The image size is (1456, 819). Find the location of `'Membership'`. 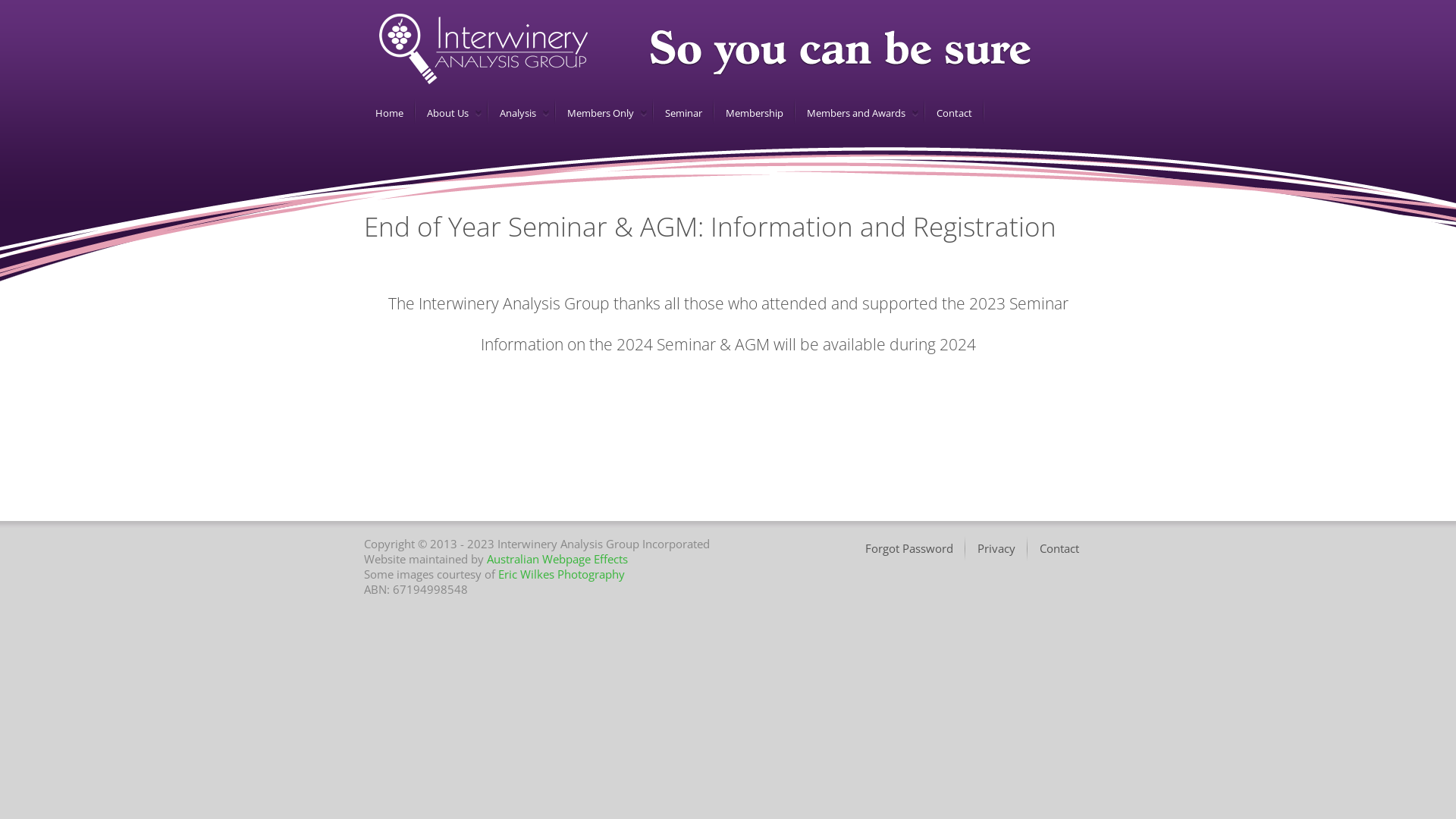

'Membership' is located at coordinates (752, 112).